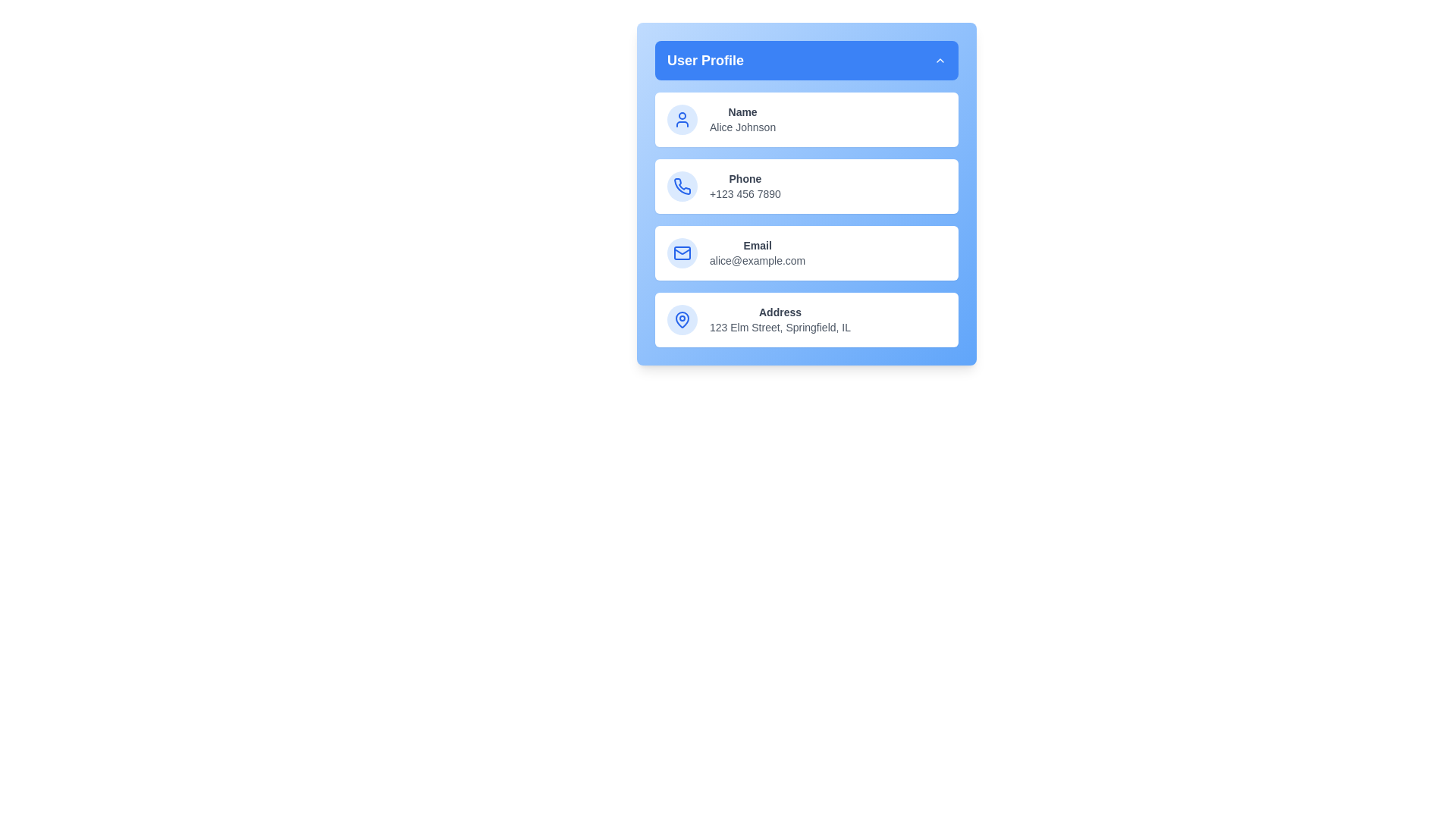 The height and width of the screenshot is (819, 1456). Describe the element at coordinates (806, 219) in the screenshot. I see `content displayed in the Information card which includes user profile details such as Name, Phone, Email, and Address` at that location.